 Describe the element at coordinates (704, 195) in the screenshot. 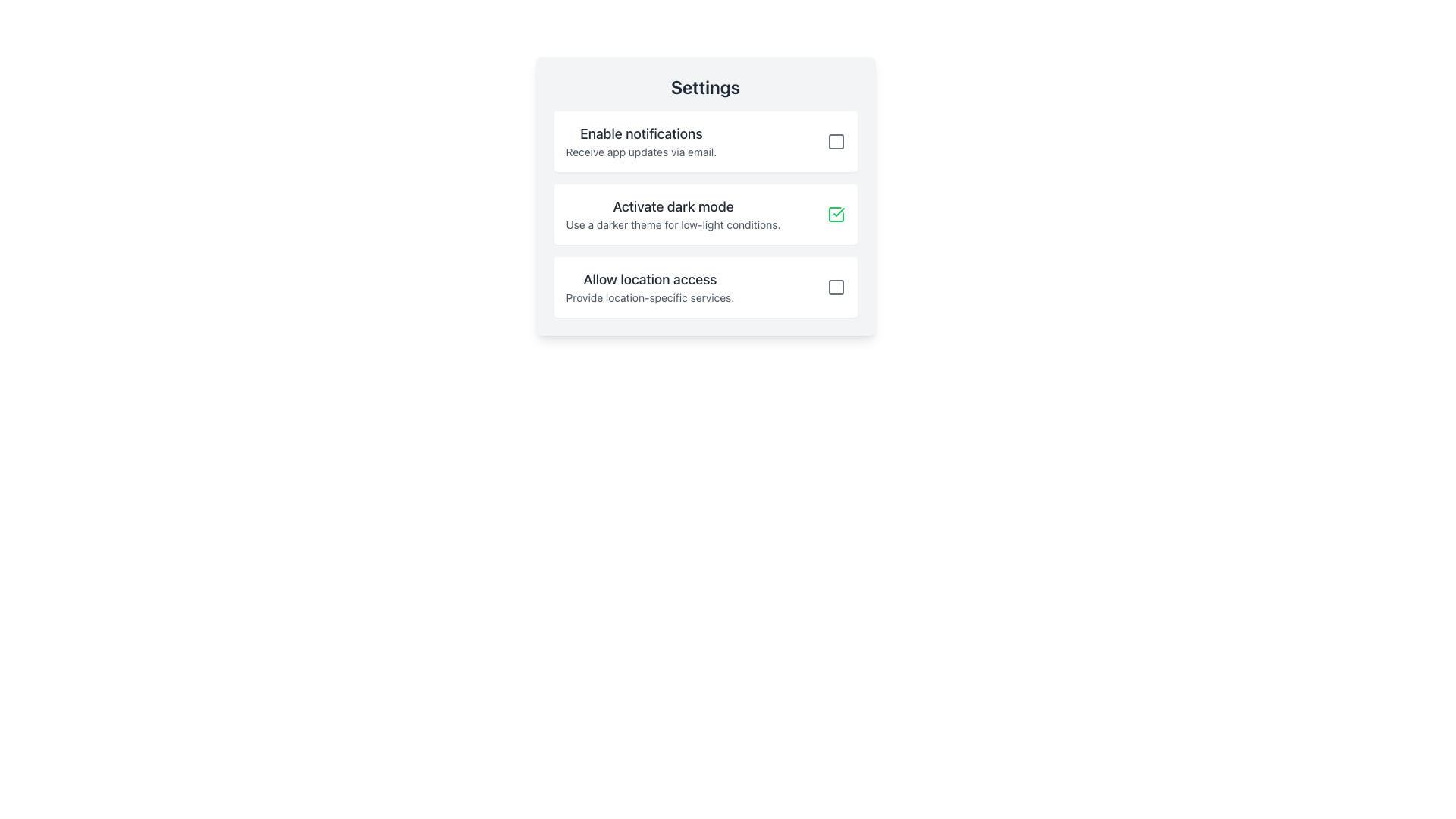

I see `the checkbox on the second selectable setting card in the settings panel` at that location.